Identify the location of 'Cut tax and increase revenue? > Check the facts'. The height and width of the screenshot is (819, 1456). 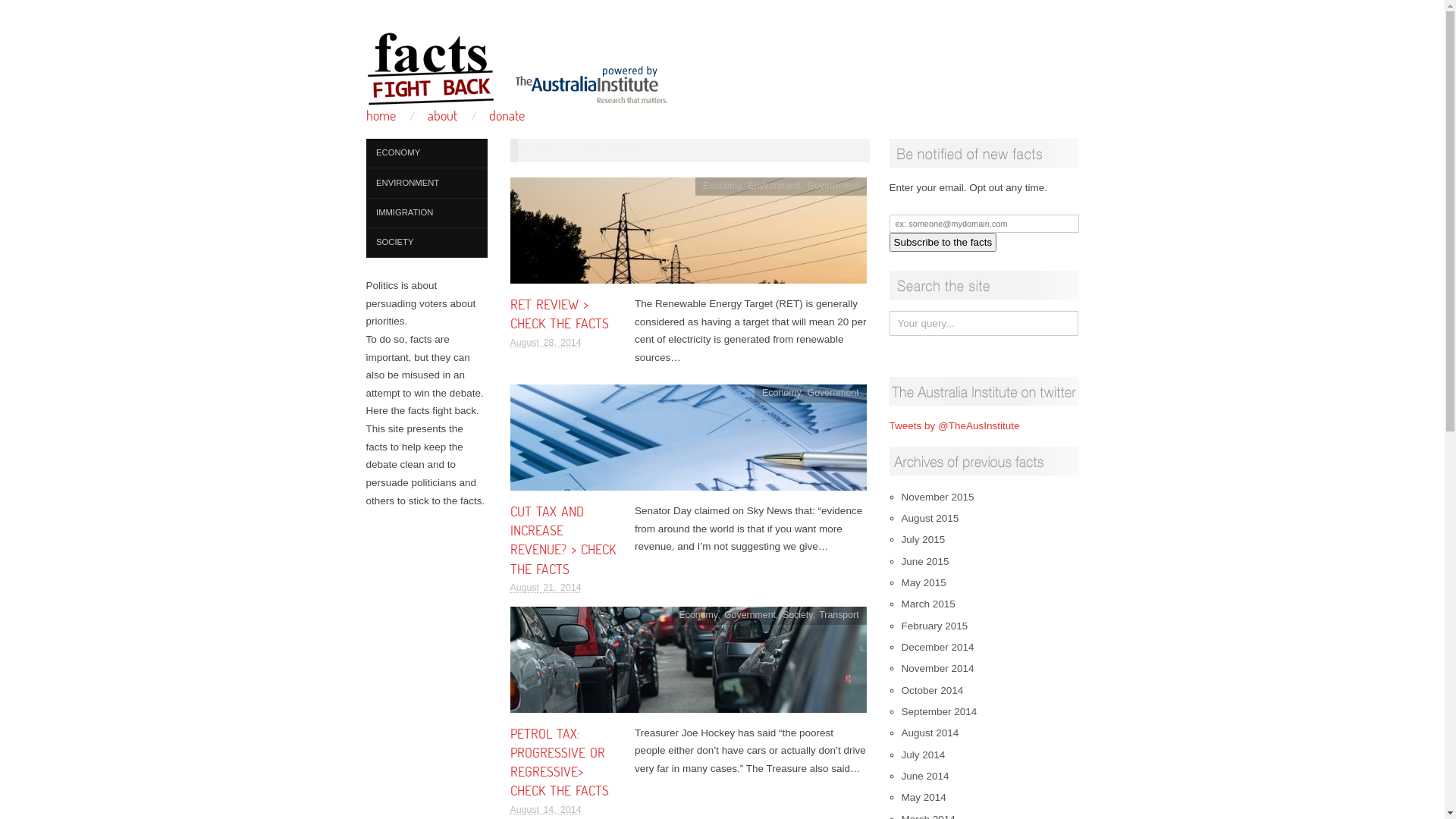
(687, 442).